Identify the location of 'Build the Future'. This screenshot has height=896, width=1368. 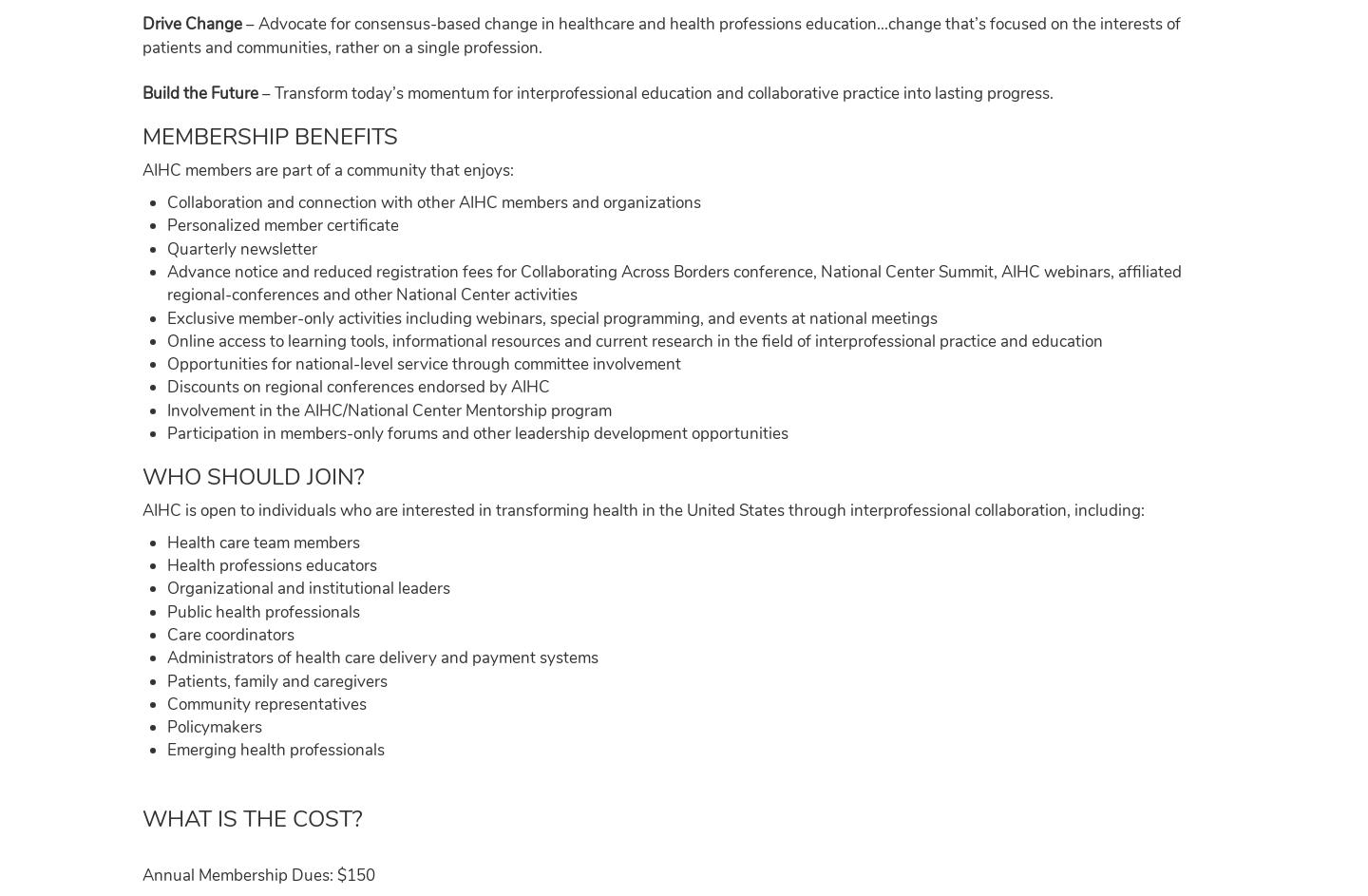
(142, 92).